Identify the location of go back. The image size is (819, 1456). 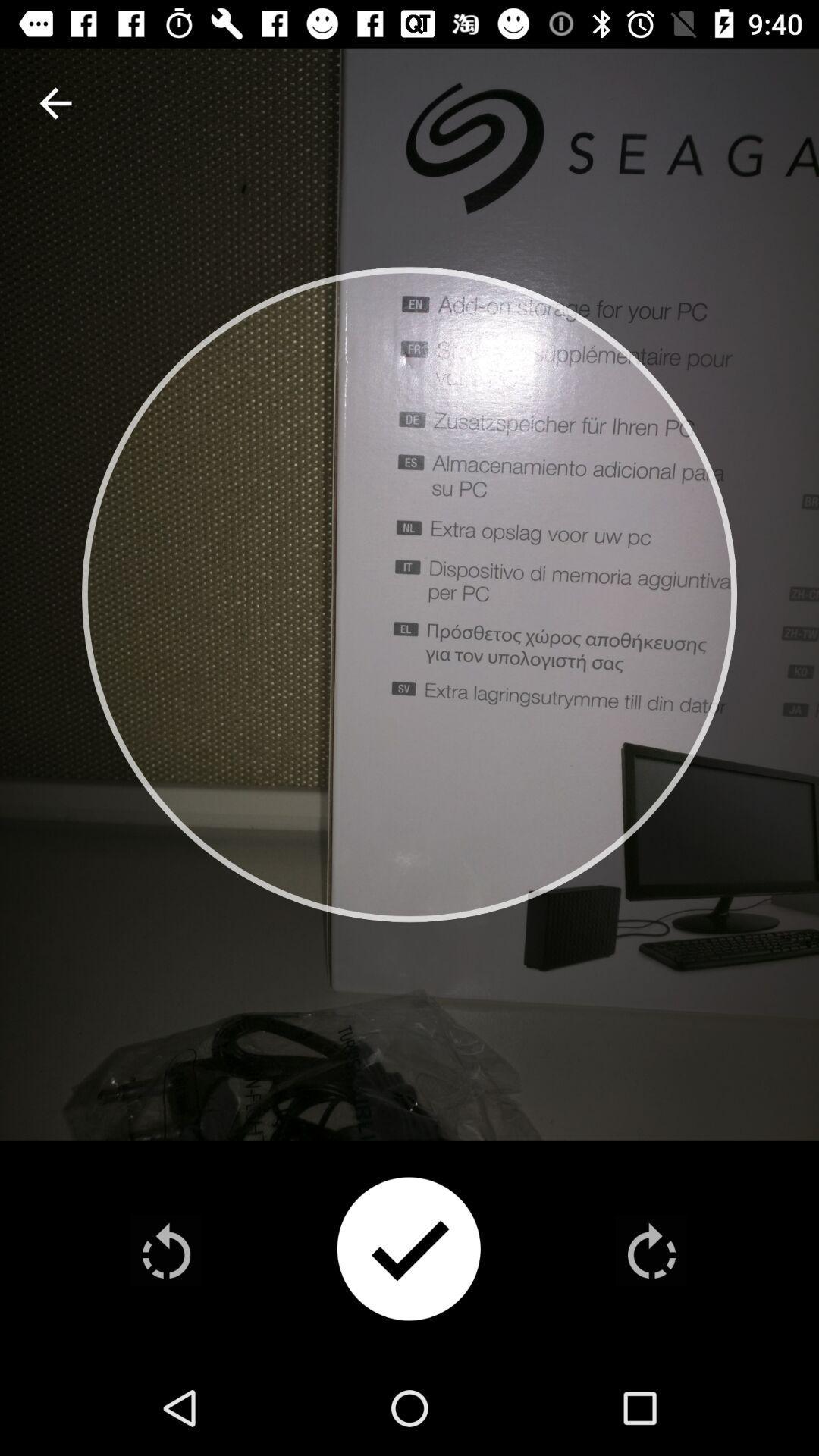
(166, 1250).